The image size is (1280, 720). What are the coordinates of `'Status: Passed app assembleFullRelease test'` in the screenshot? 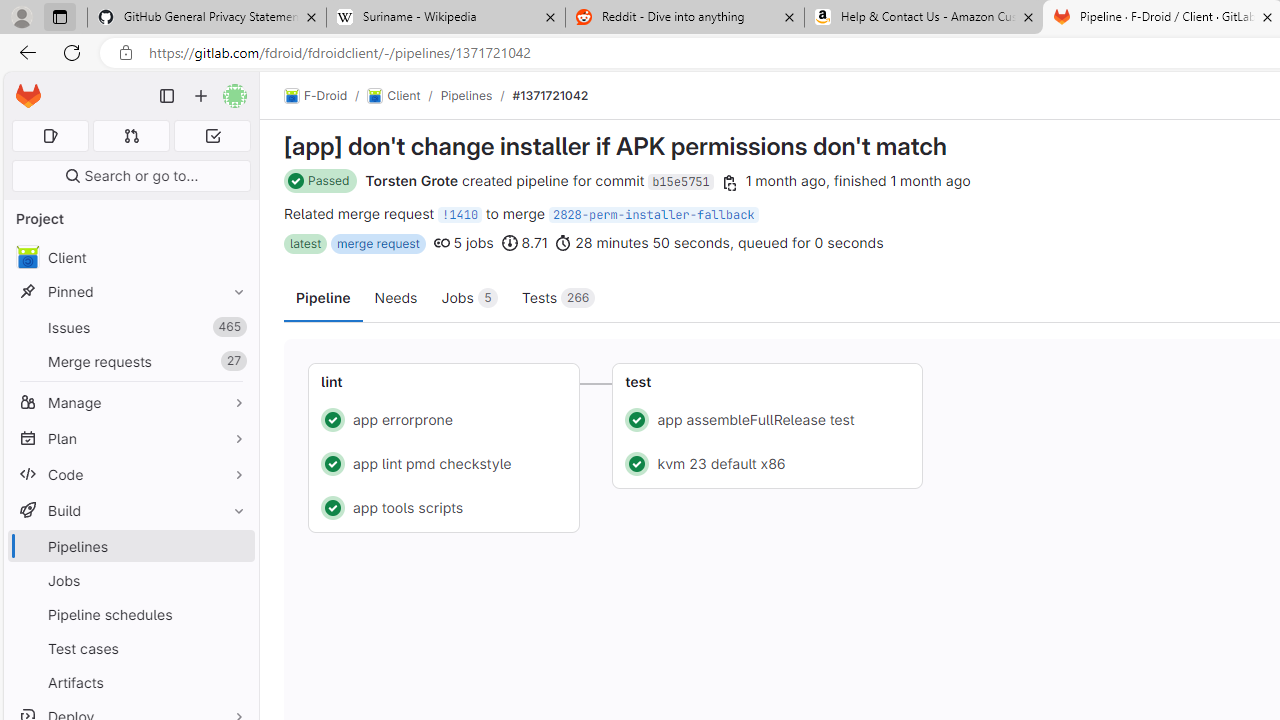 It's located at (767, 418).